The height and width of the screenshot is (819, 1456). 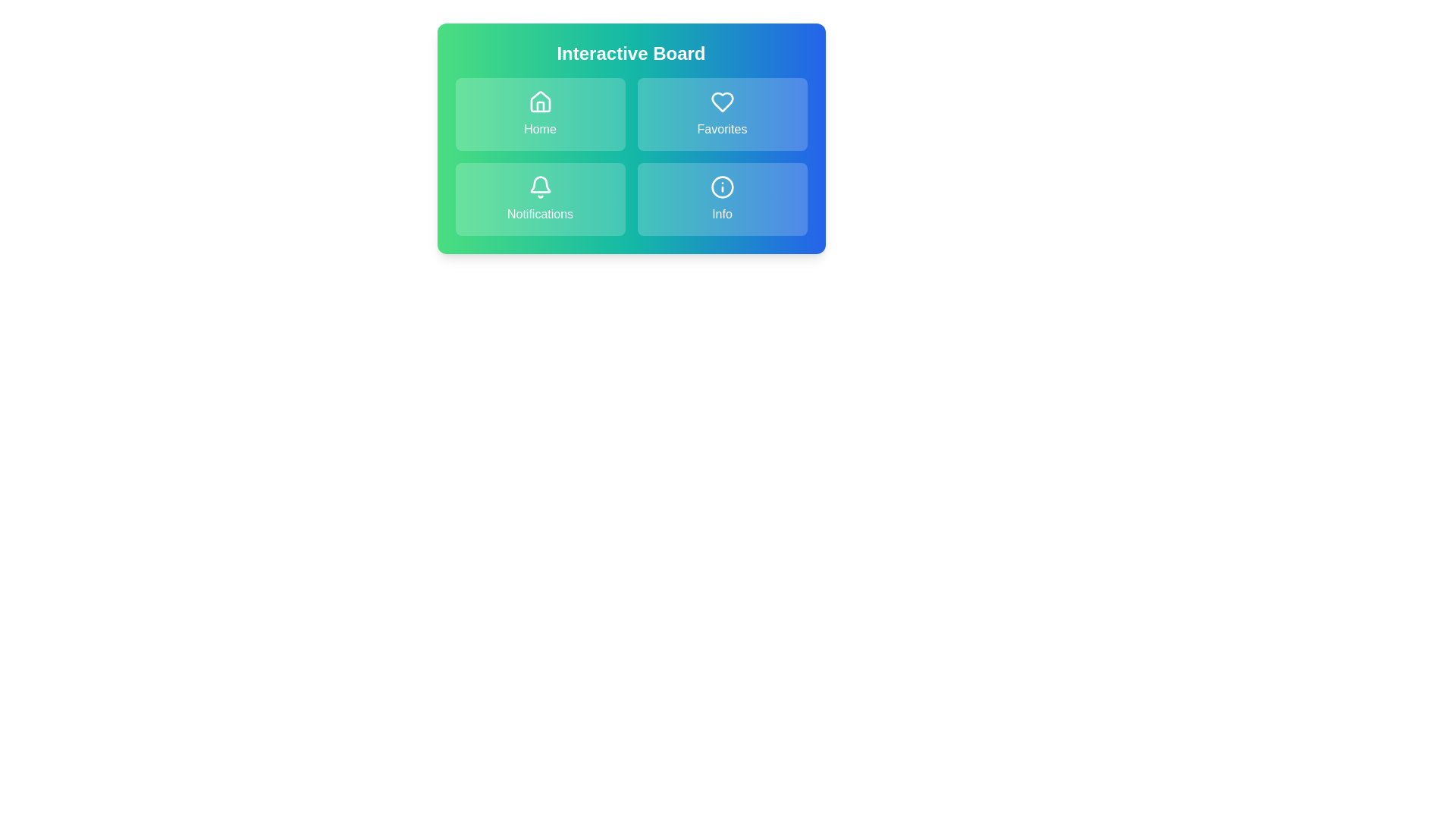 What do you see at coordinates (540, 170) in the screenshot?
I see `the Tooltip that provides supplementary information about the 'Notifications' icon, which is located above the icon in the 'Interactive Board'` at bounding box center [540, 170].